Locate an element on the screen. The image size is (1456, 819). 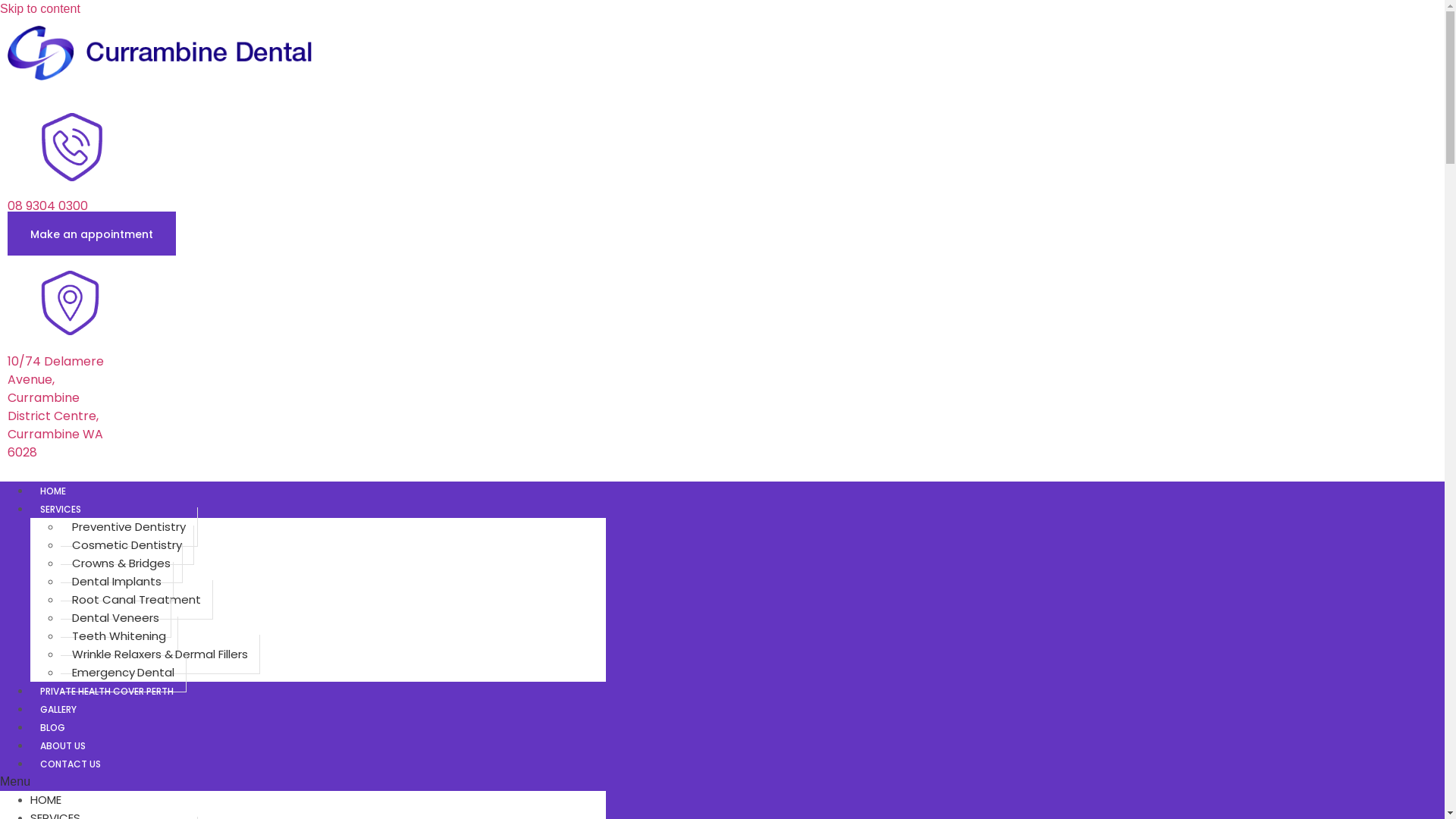
'Cosmetic Dentistry' is located at coordinates (127, 544).